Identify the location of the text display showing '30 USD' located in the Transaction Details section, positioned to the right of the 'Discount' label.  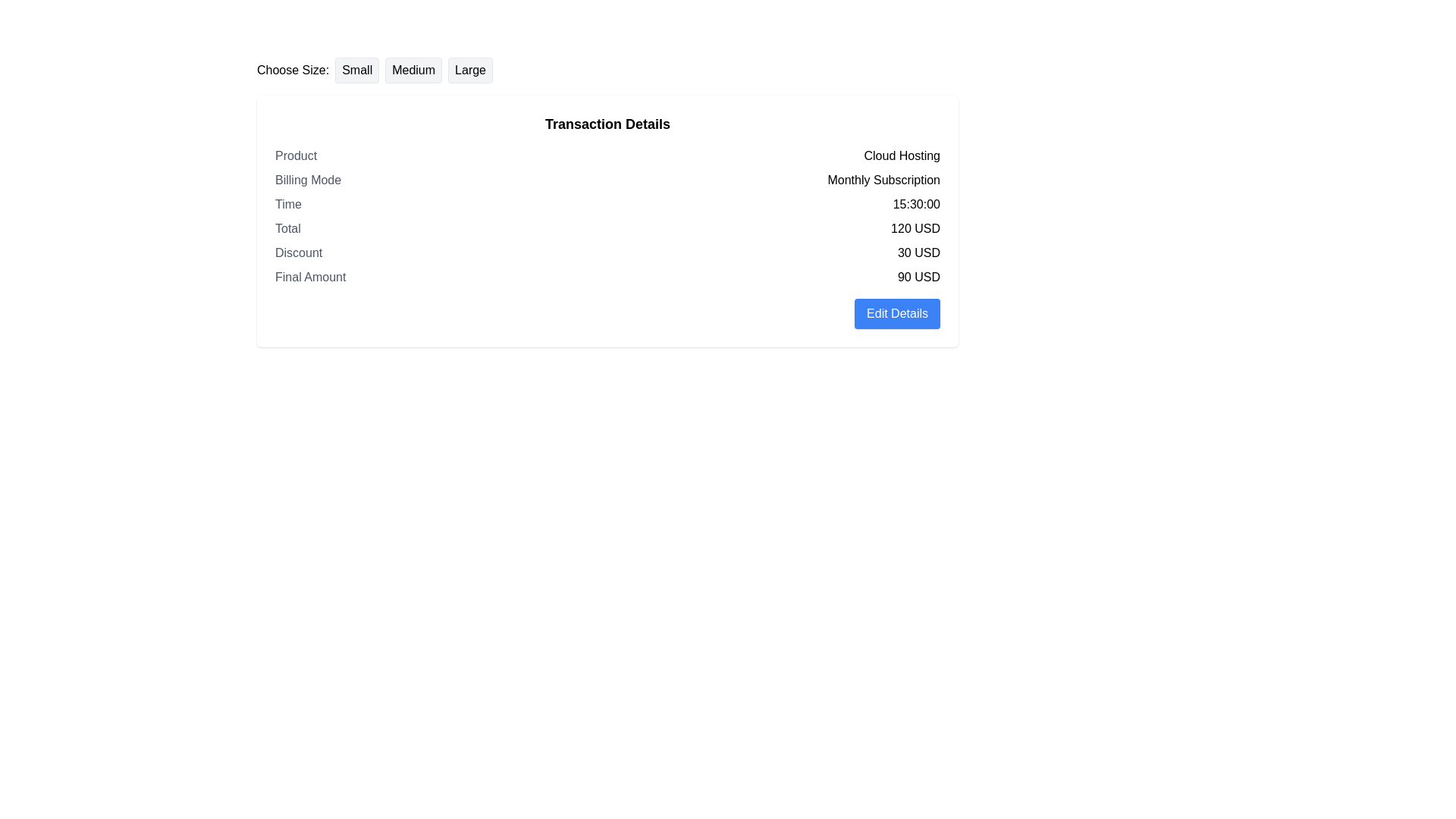
(918, 253).